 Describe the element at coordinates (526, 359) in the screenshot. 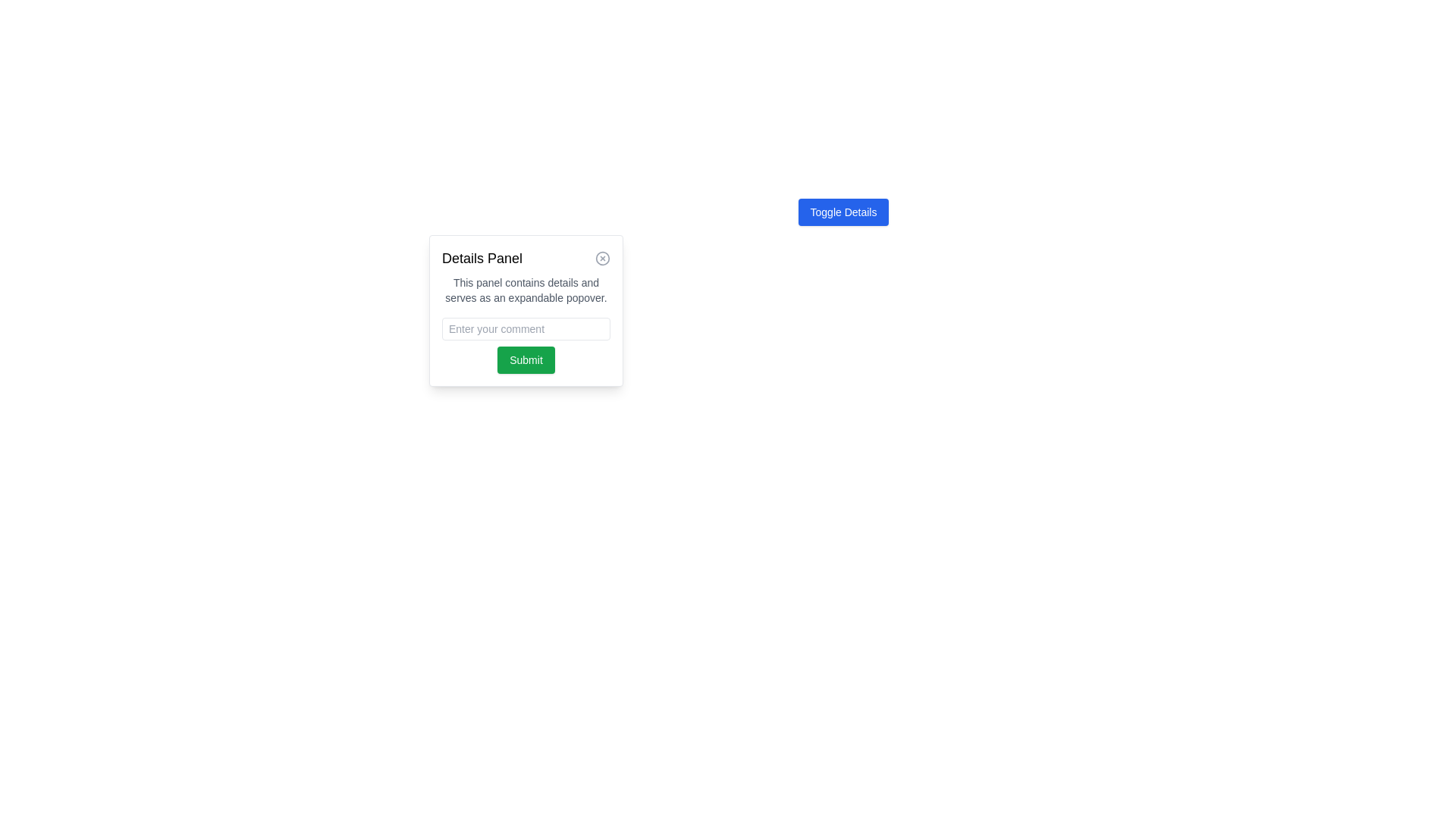

I see `the 'Submit' button, which is a rectangular button with a green background and white text, located at the bottom of the 'Details Panel'` at that location.